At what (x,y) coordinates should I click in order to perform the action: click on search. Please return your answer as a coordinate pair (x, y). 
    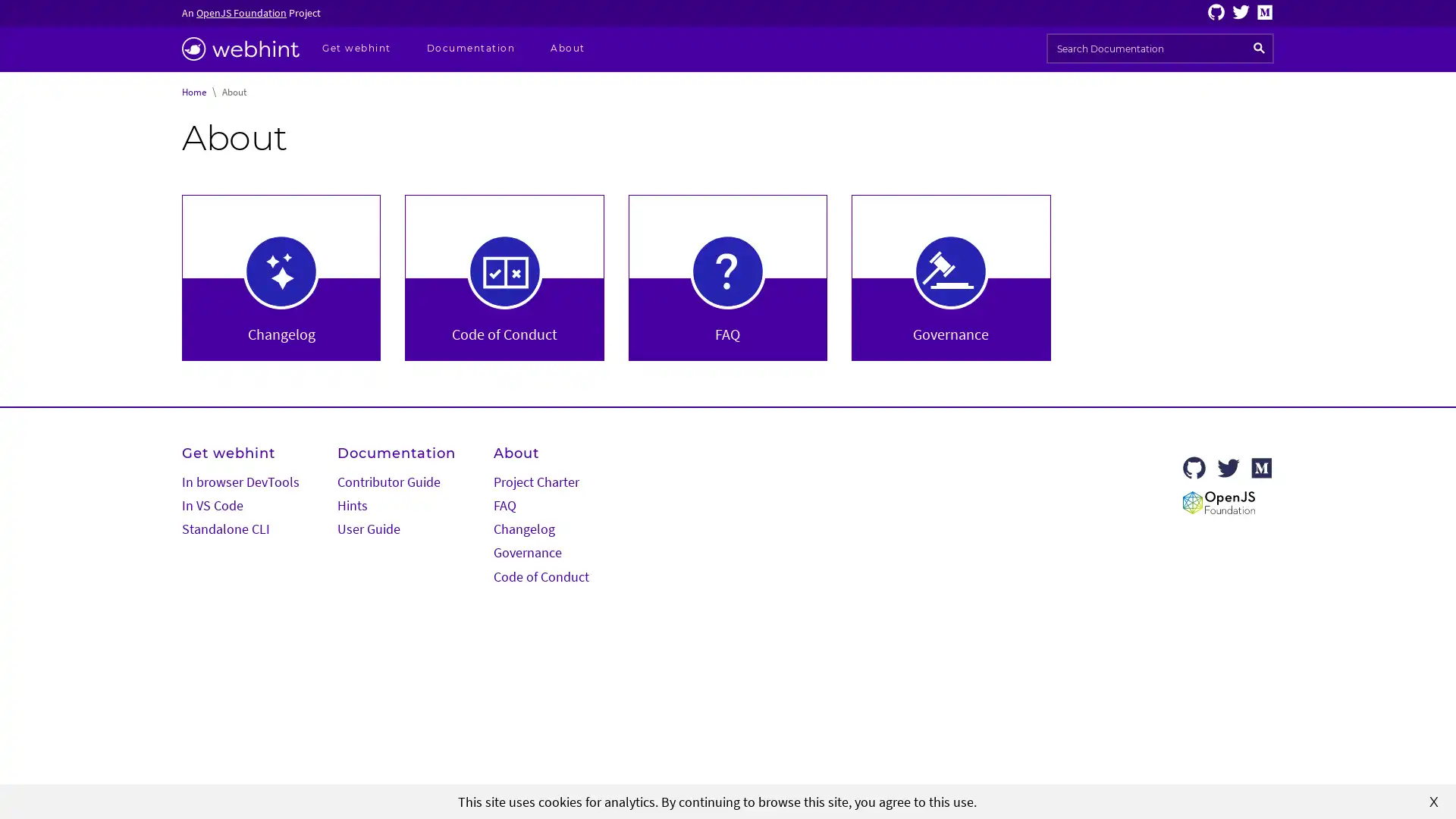
    Looking at the image, I should click on (1259, 48).